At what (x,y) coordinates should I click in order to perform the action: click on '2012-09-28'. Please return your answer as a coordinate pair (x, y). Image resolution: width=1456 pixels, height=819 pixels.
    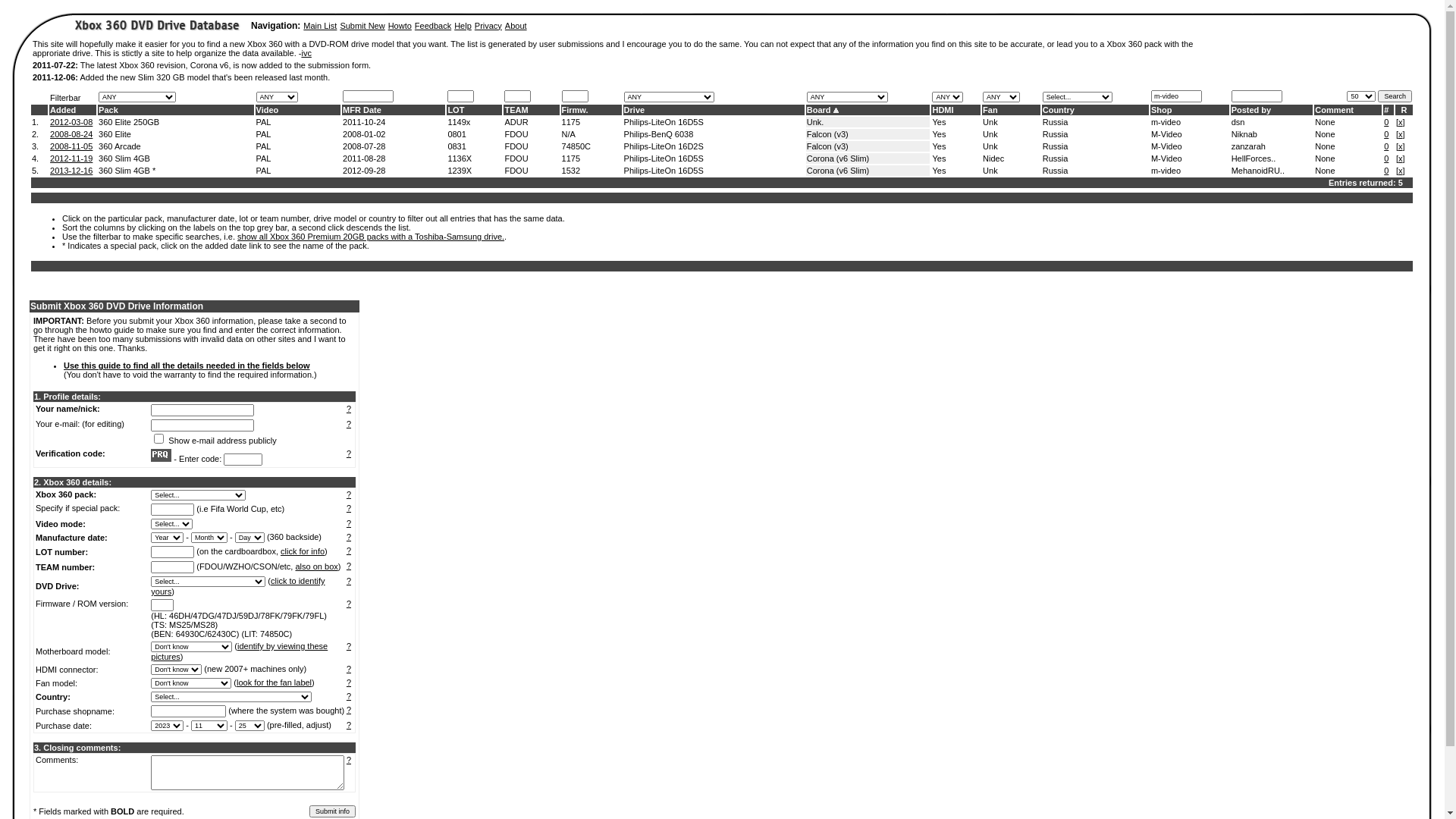
    Looking at the image, I should click on (341, 170).